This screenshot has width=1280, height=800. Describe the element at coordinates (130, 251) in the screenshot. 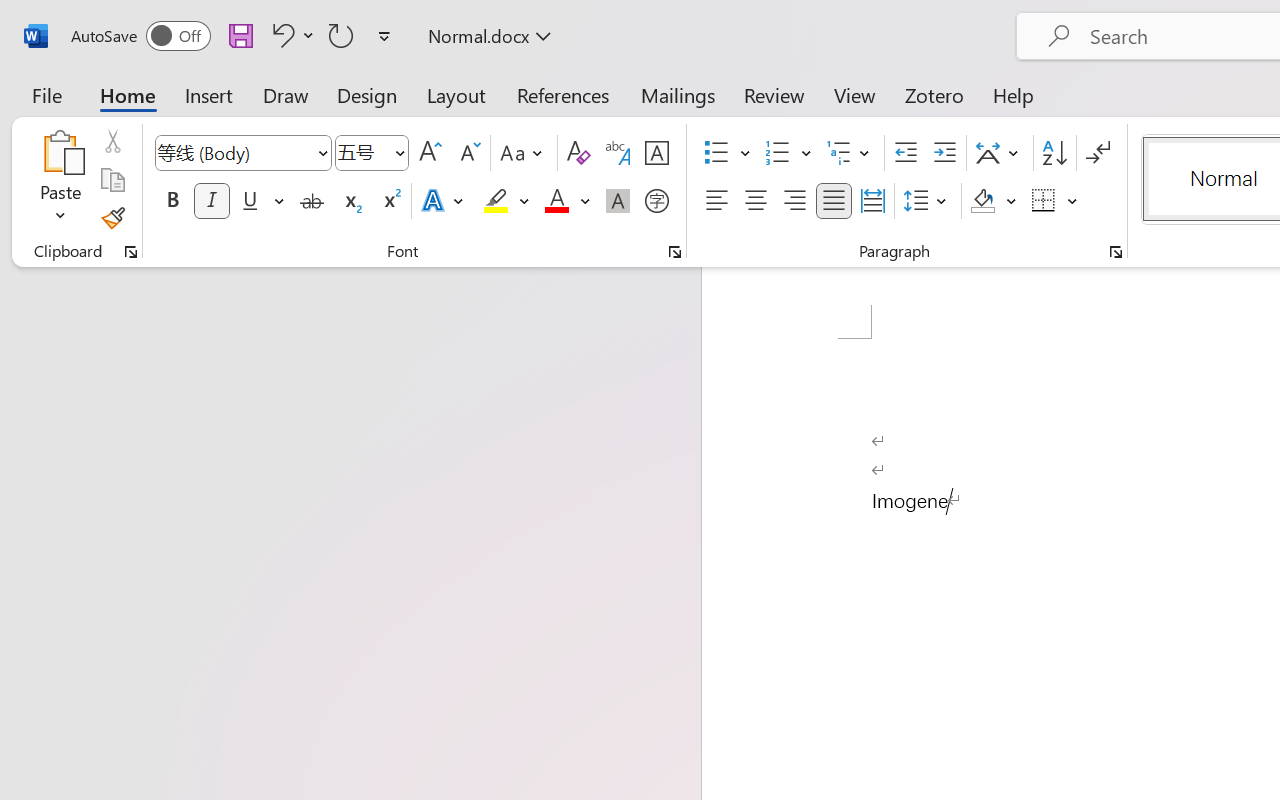

I see `'Office Clipboard...'` at that location.